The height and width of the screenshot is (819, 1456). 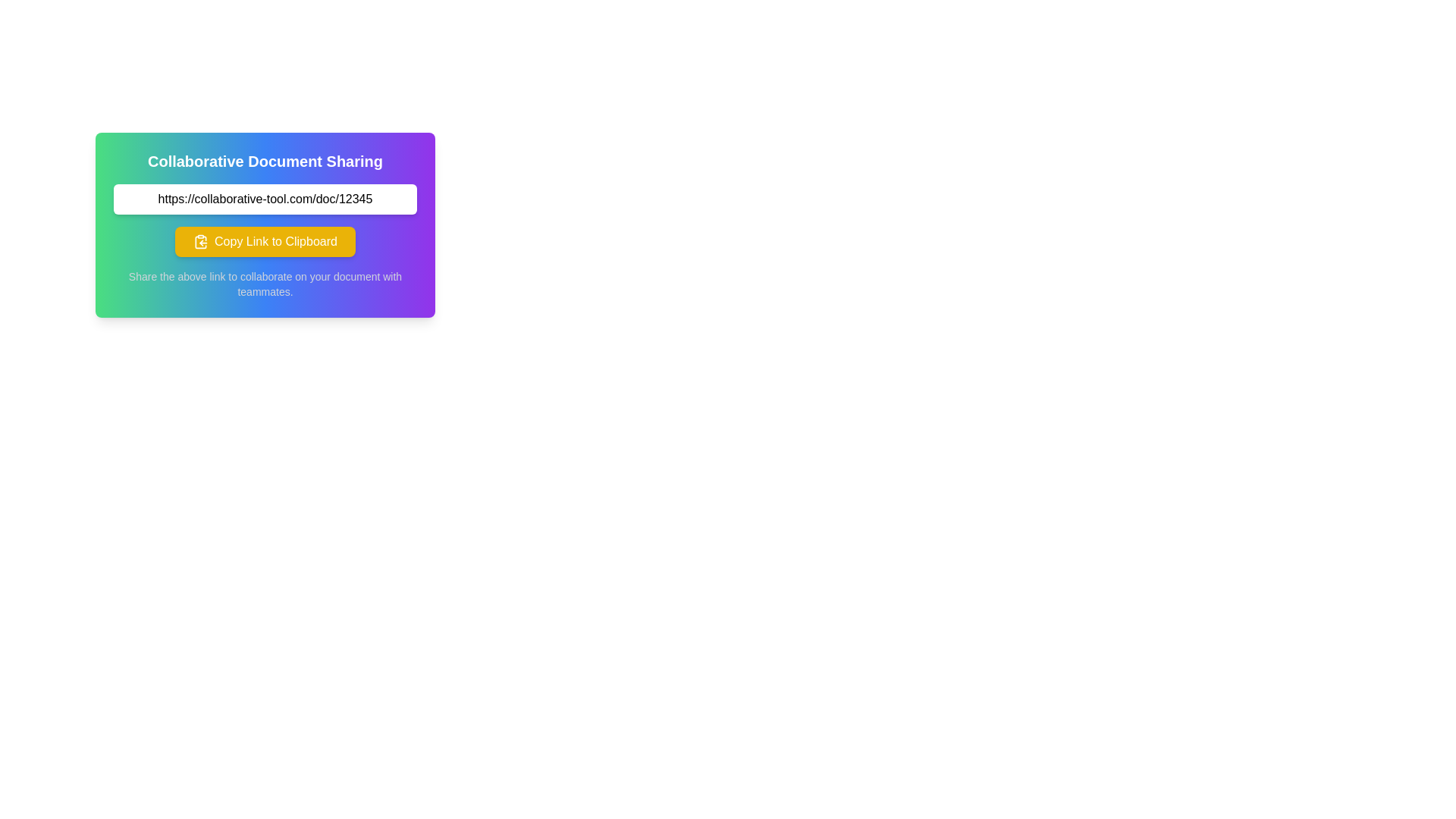 What do you see at coordinates (265, 284) in the screenshot?
I see `the static text block that provides informational guidance about using a link for collaboration purposes, located below the 'Copy Link to Clipboard' button` at bounding box center [265, 284].